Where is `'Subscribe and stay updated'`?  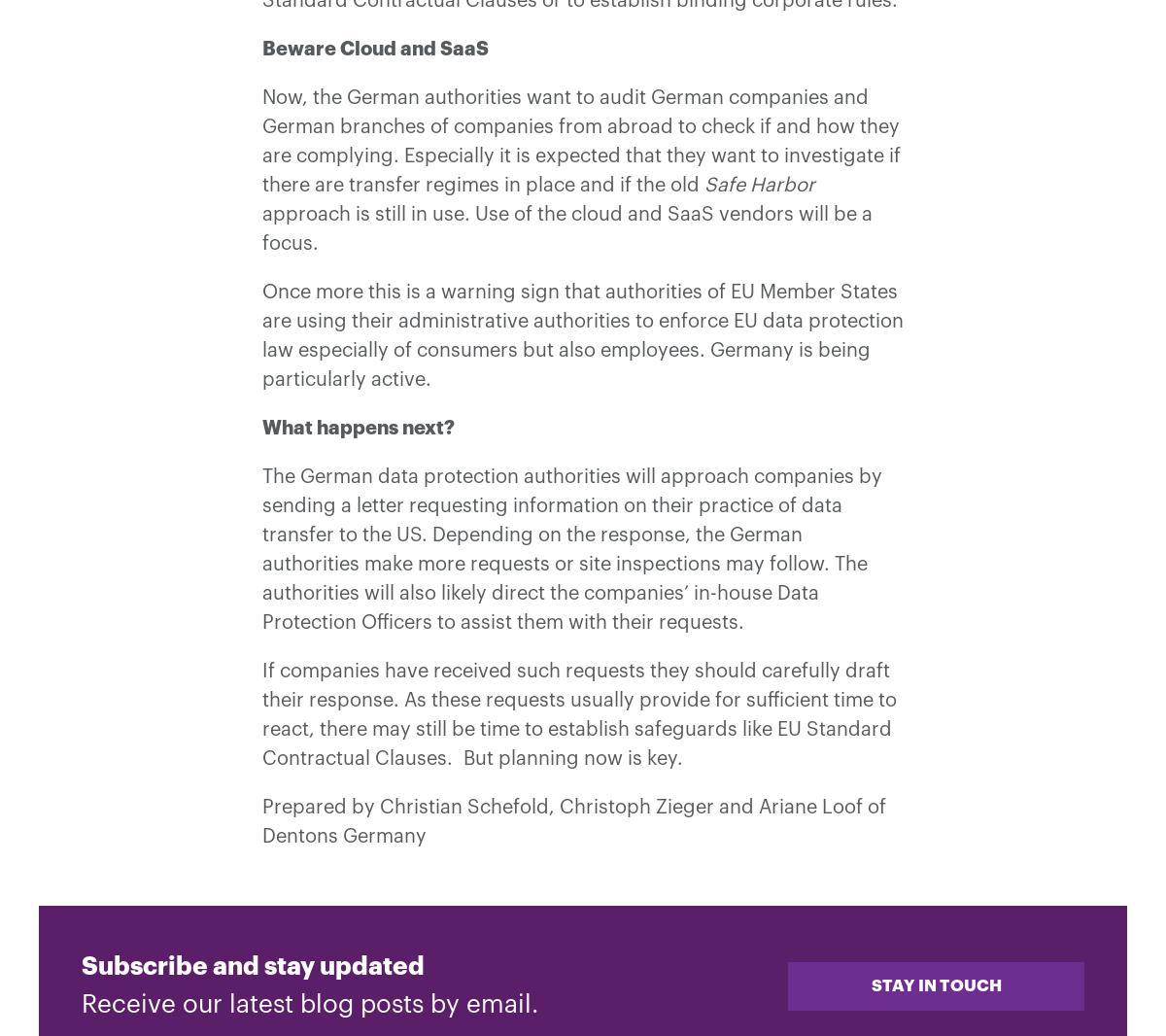
'Subscribe and stay updated' is located at coordinates (252, 967).